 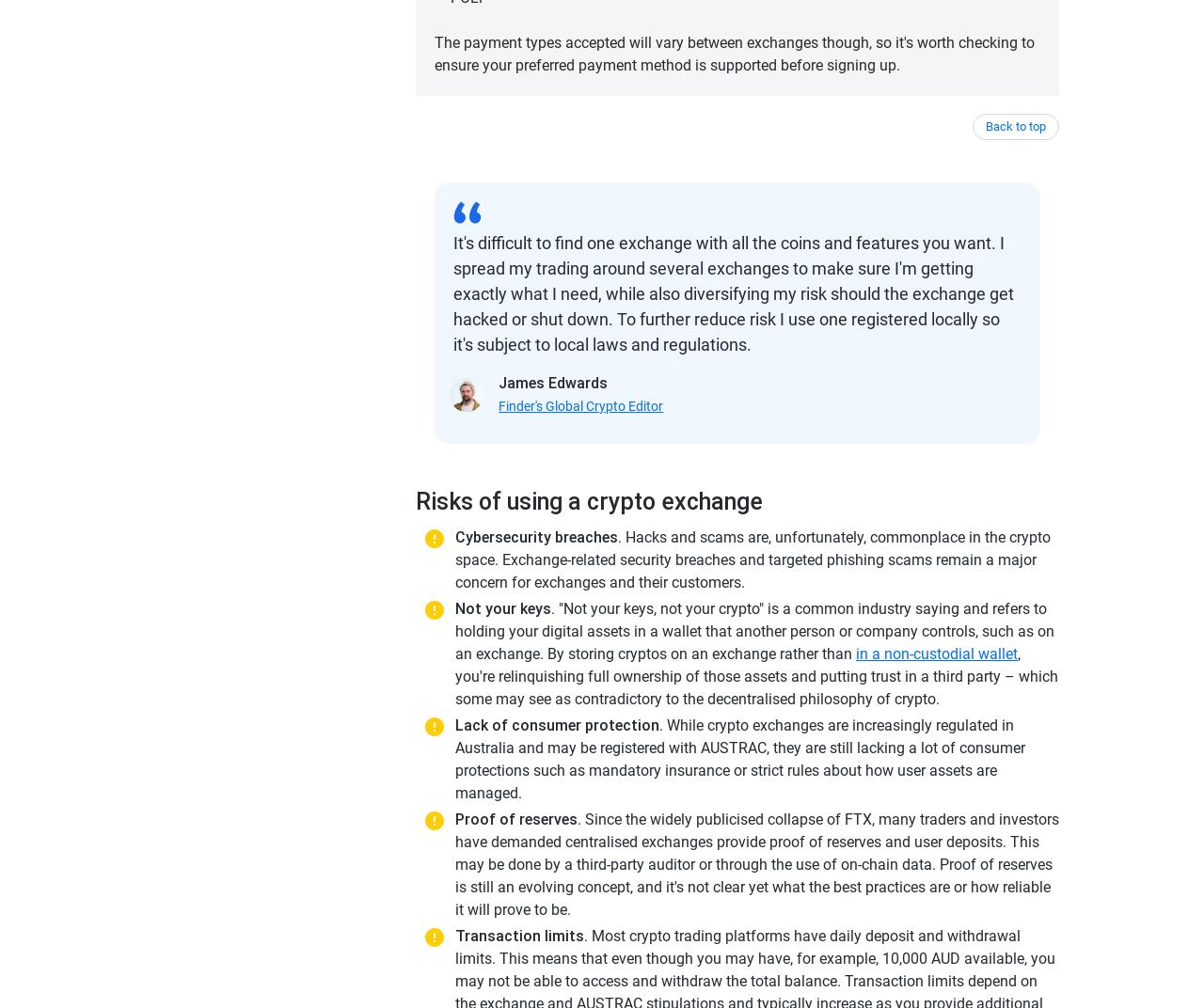 What do you see at coordinates (754, 630) in the screenshot?
I see `'"Not your keys, not your crypto" is a common industry saying and refers to holding your digital assets in a wallet that another person or company controls, such as on an exchange. By storing cryptos on an exchange rather than'` at bounding box center [754, 630].